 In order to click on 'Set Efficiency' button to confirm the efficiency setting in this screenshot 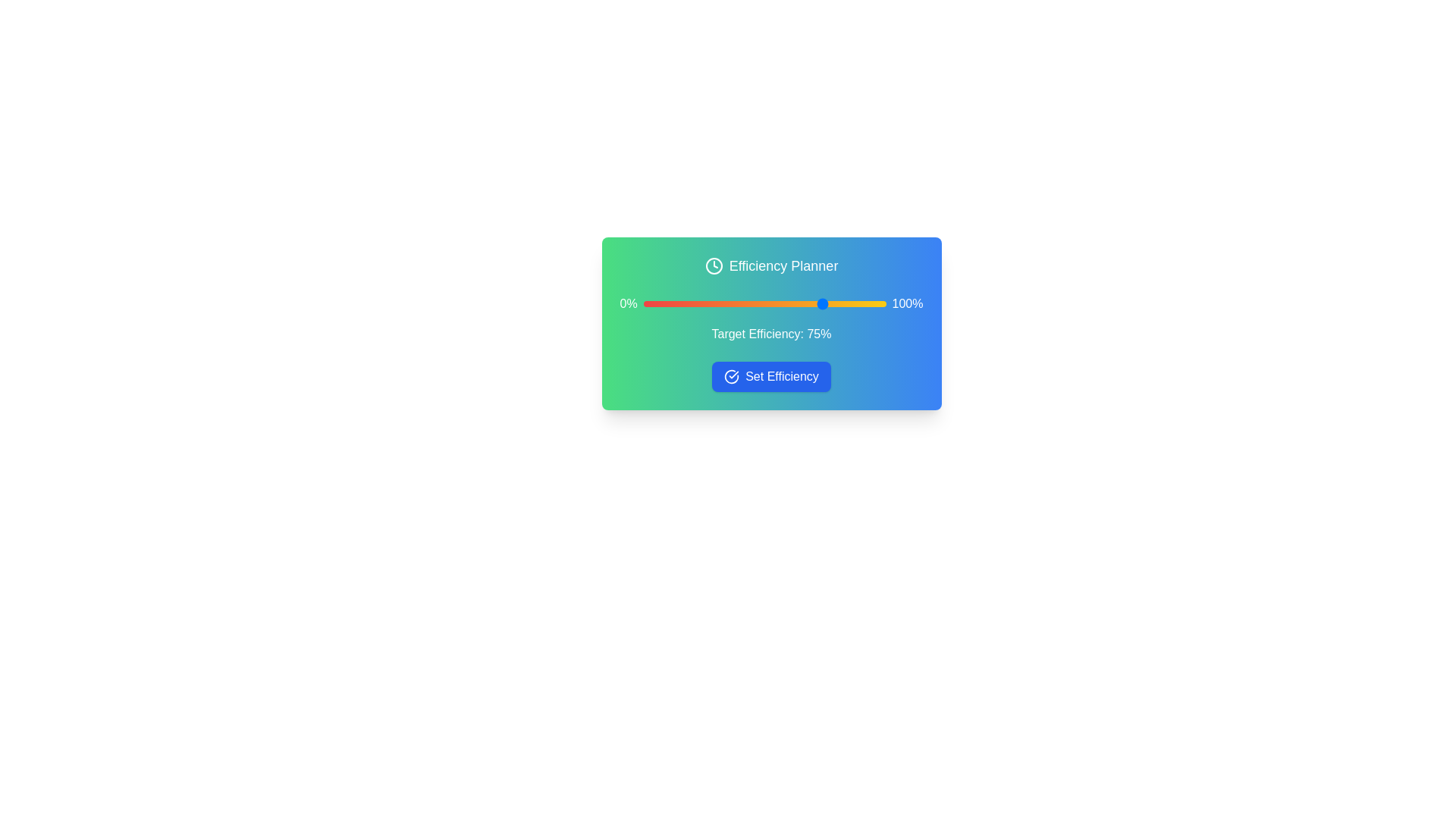, I will do `click(771, 376)`.